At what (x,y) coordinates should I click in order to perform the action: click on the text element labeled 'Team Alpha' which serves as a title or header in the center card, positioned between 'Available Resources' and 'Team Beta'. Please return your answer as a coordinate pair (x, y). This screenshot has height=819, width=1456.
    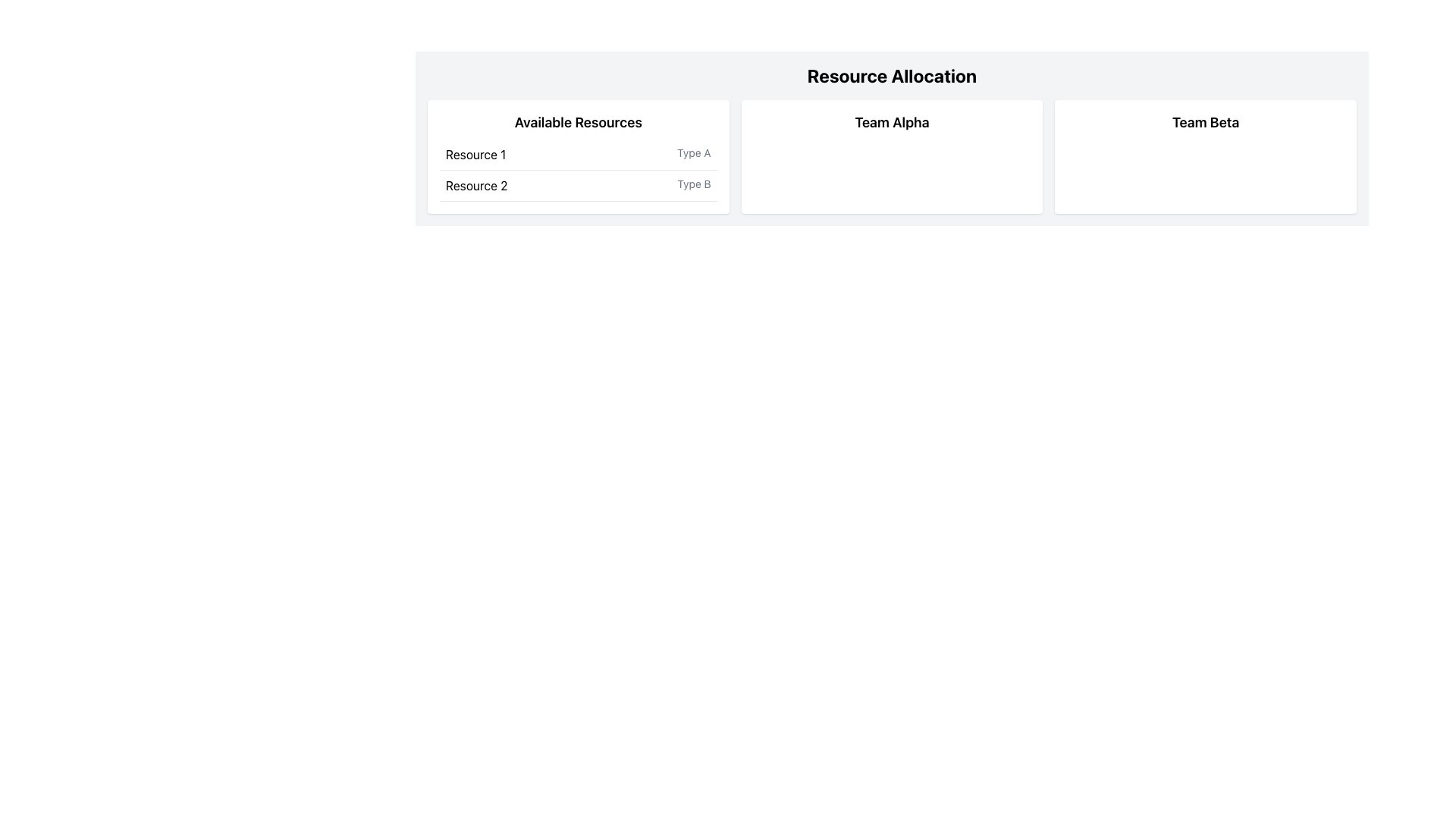
    Looking at the image, I should click on (892, 122).